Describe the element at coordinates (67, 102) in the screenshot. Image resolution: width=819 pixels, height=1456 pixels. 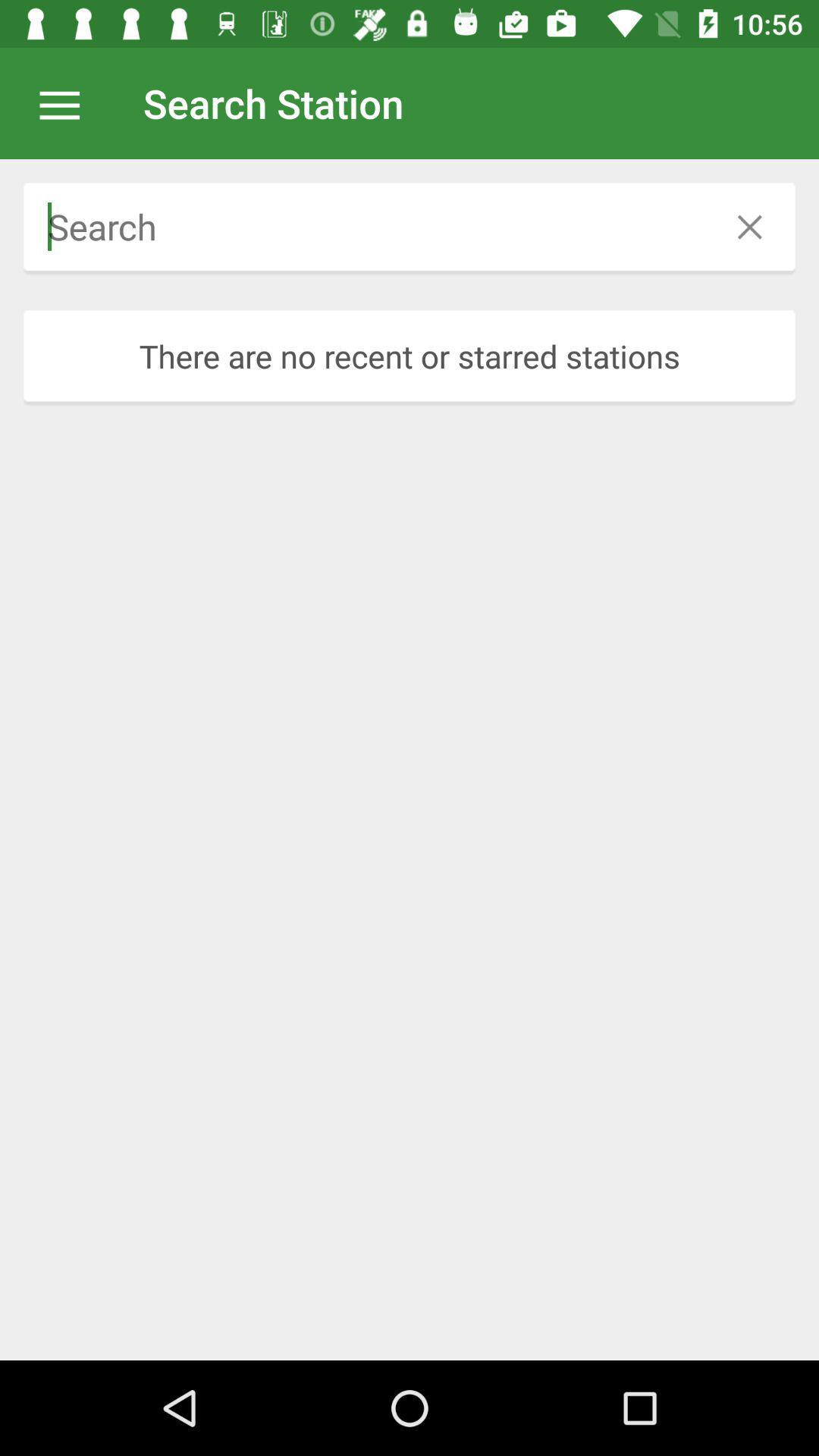
I see `menu` at that location.